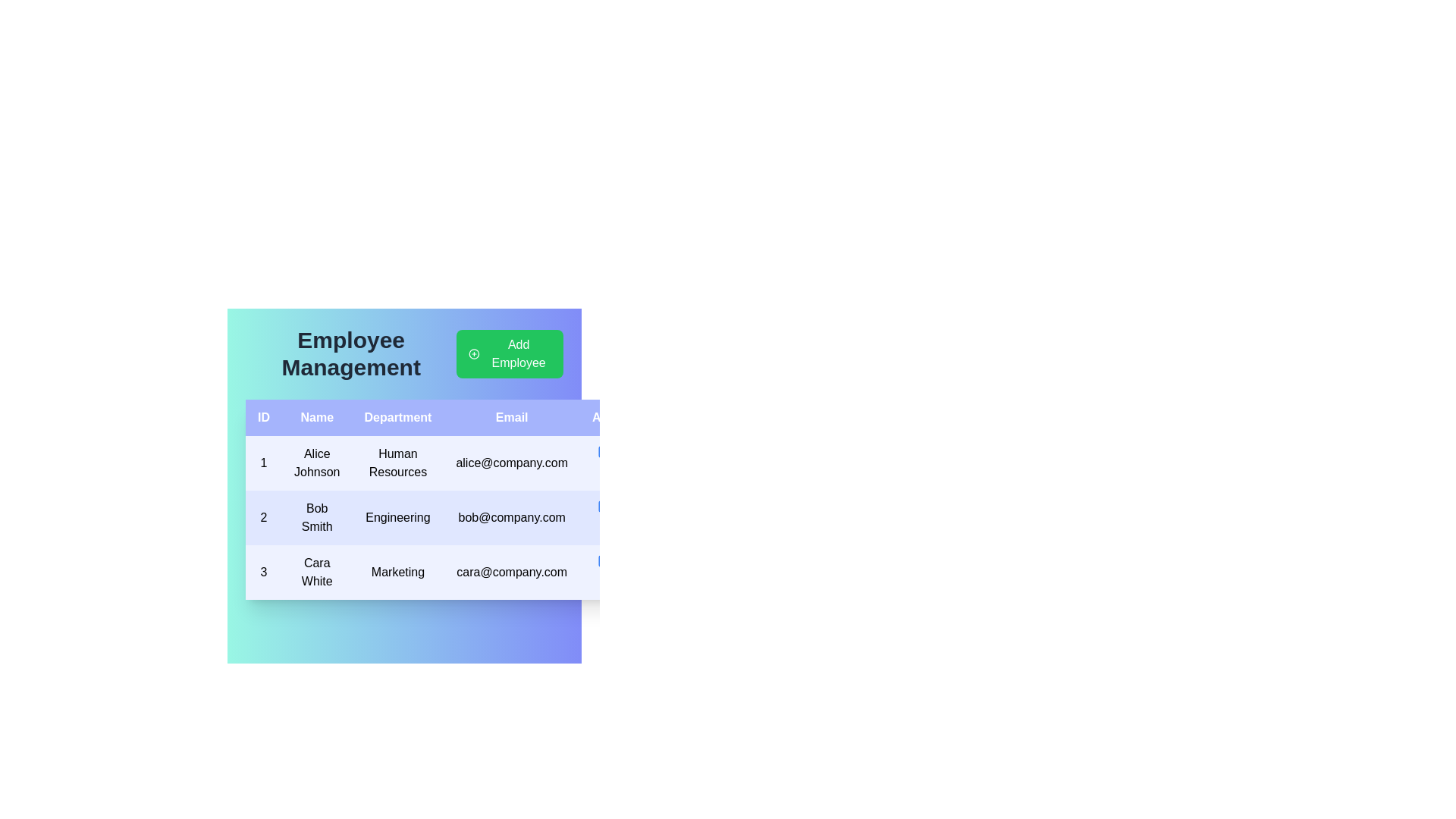 The height and width of the screenshot is (819, 1456). What do you see at coordinates (446, 516) in the screenshot?
I see `any interactive element in the second table row that contains employee details, including ID, name, department, email, and action buttons` at bounding box center [446, 516].